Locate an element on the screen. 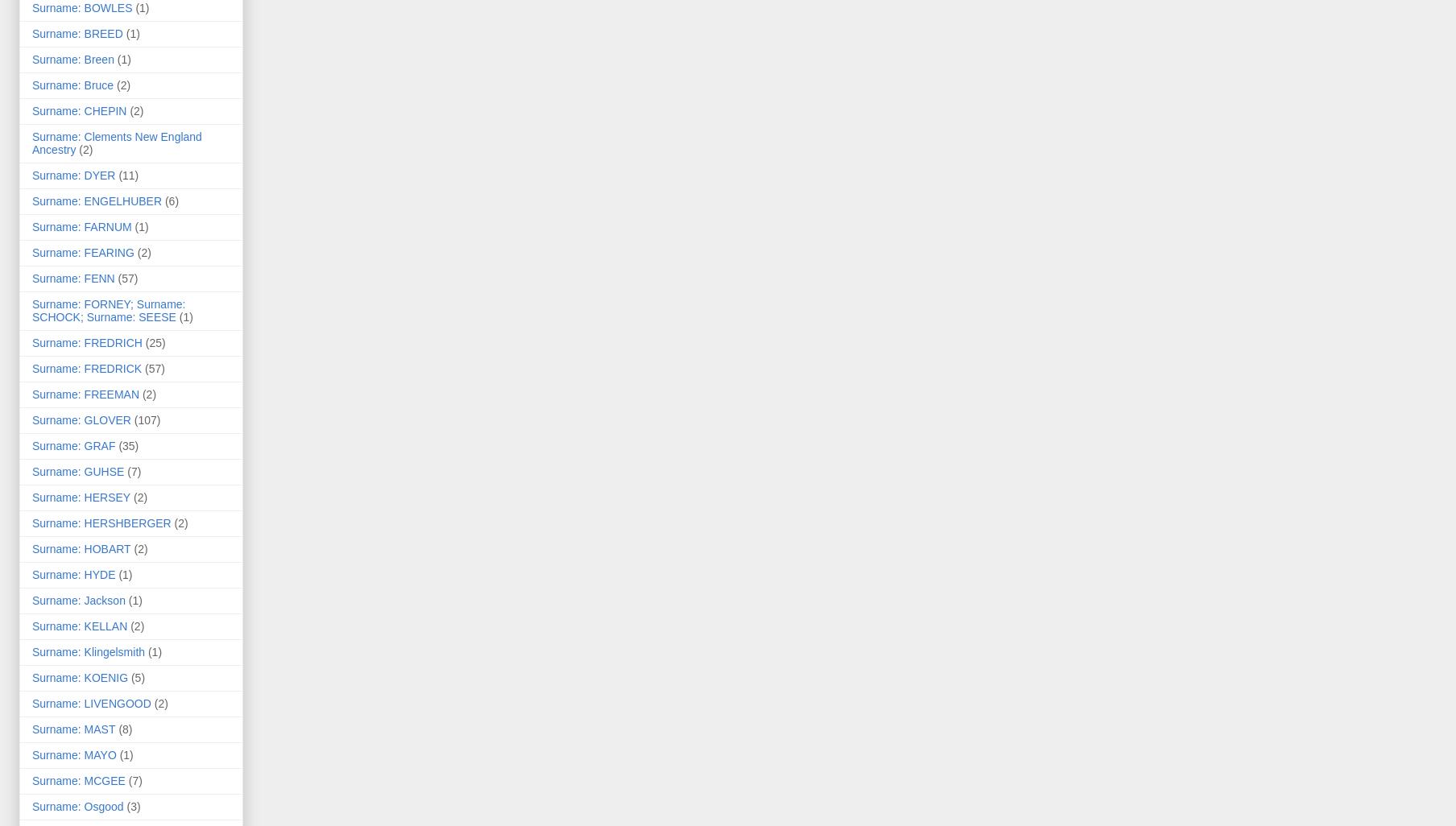  '(35)' is located at coordinates (128, 446).